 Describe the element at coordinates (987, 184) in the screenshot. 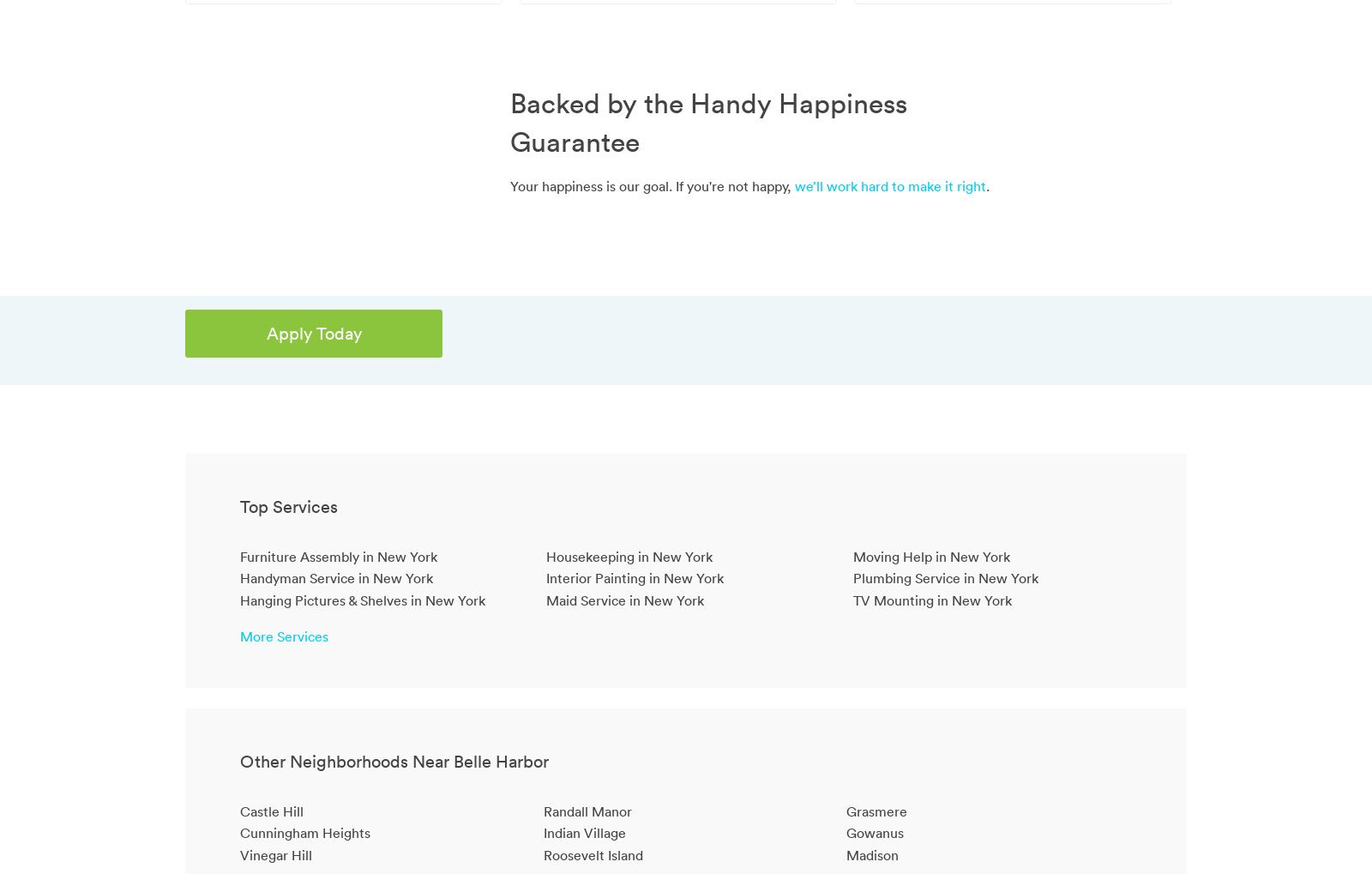

I see `'.'` at that location.